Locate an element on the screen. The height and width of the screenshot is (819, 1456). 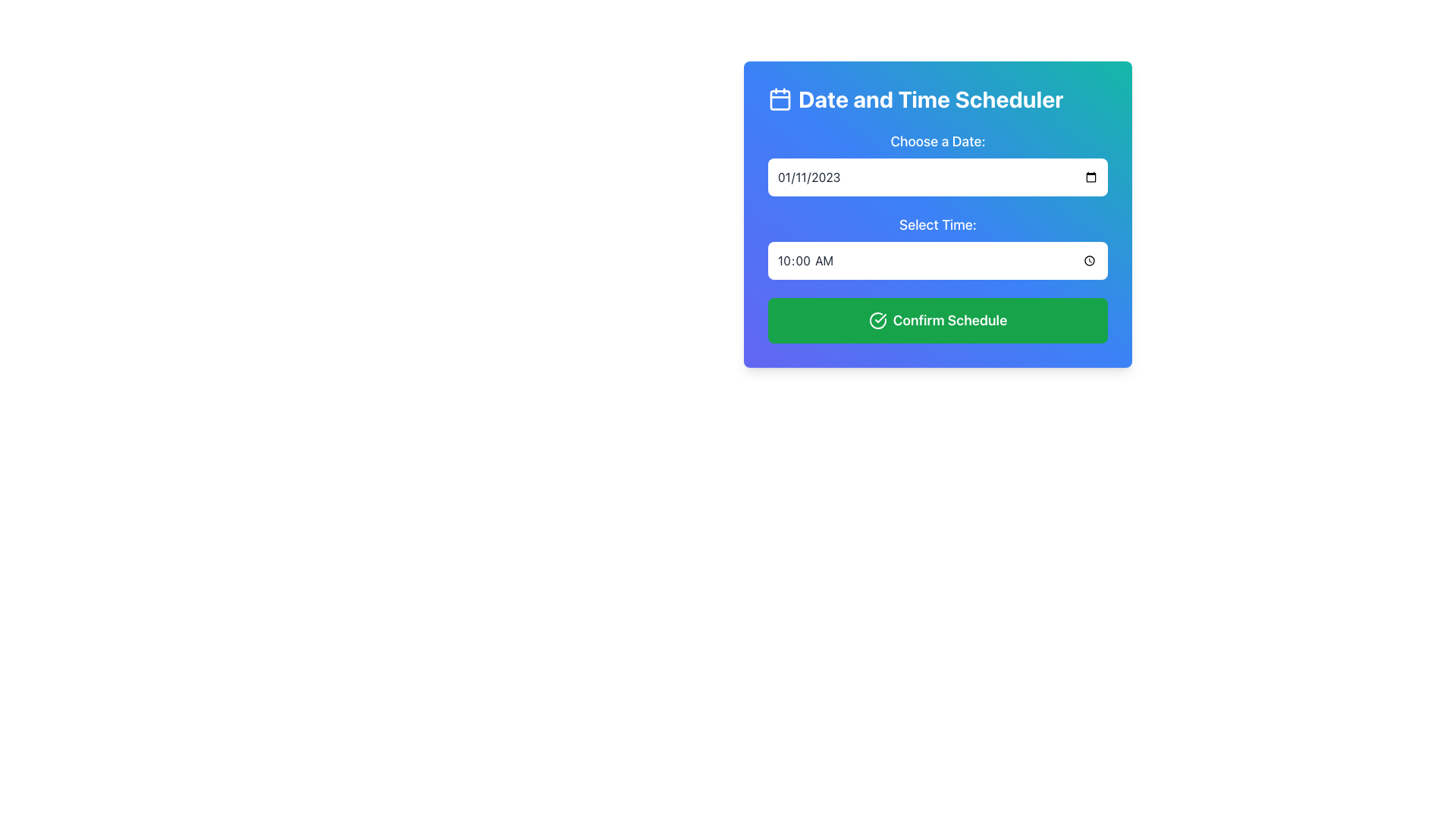
the decorative icon located to the left of the 'Date and Time Scheduler' text, which serves as a visual cue for scheduling is located at coordinates (780, 99).